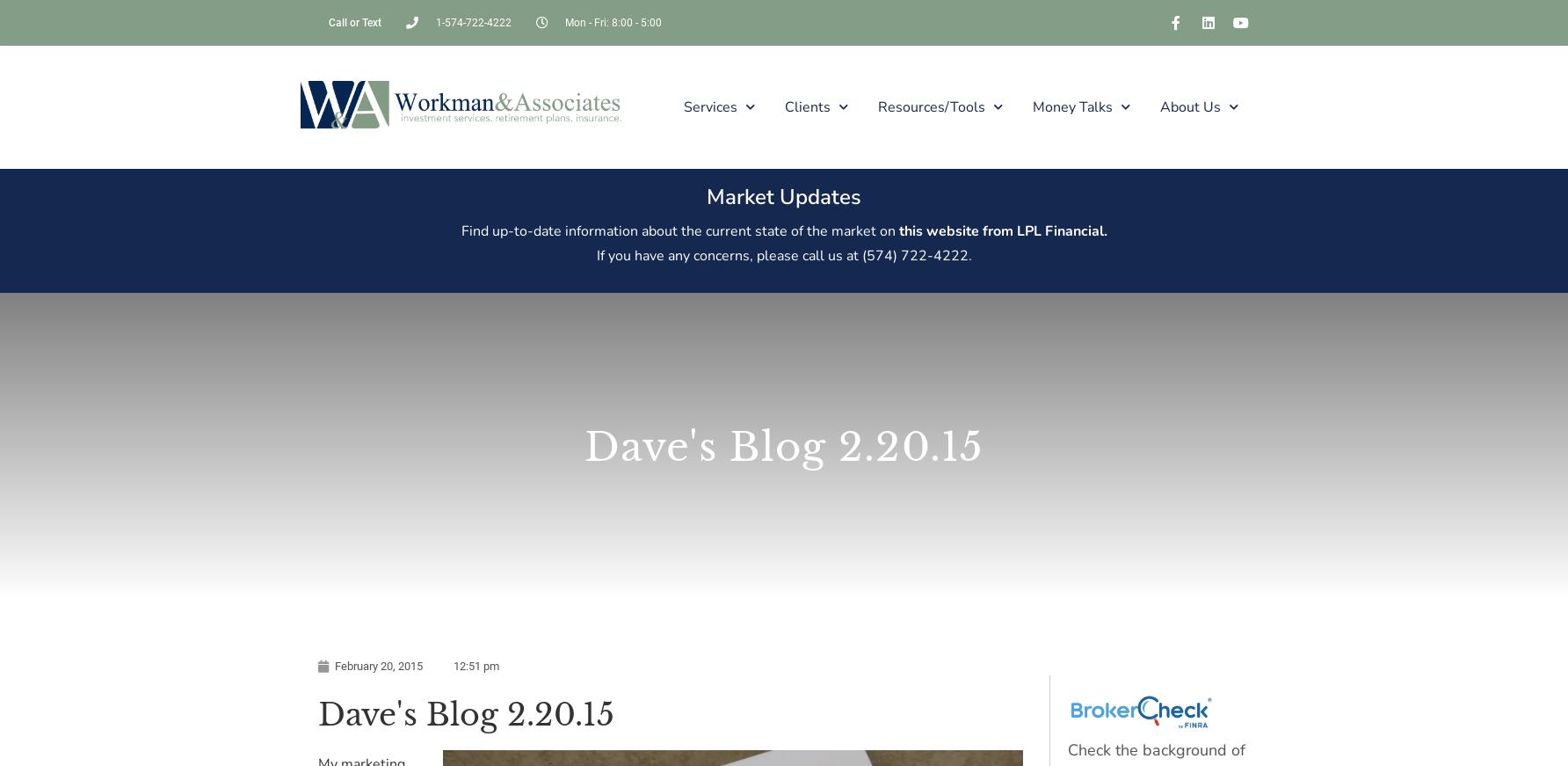 The height and width of the screenshot is (766, 1568). What do you see at coordinates (876, 105) in the screenshot?
I see `'Resources/Tools'` at bounding box center [876, 105].